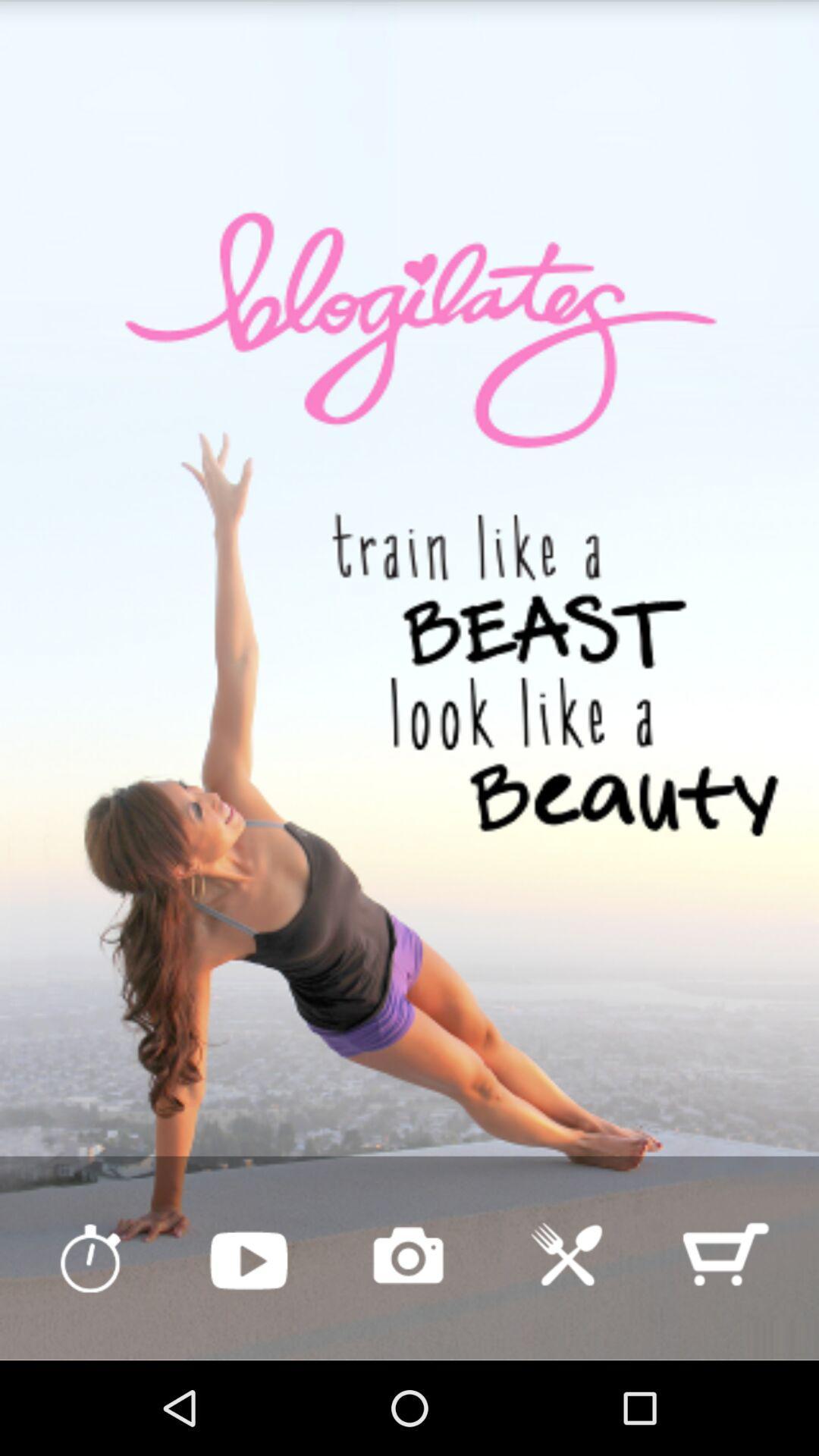 The width and height of the screenshot is (819, 1456). What do you see at coordinates (90, 1347) in the screenshot?
I see `the time icon` at bounding box center [90, 1347].